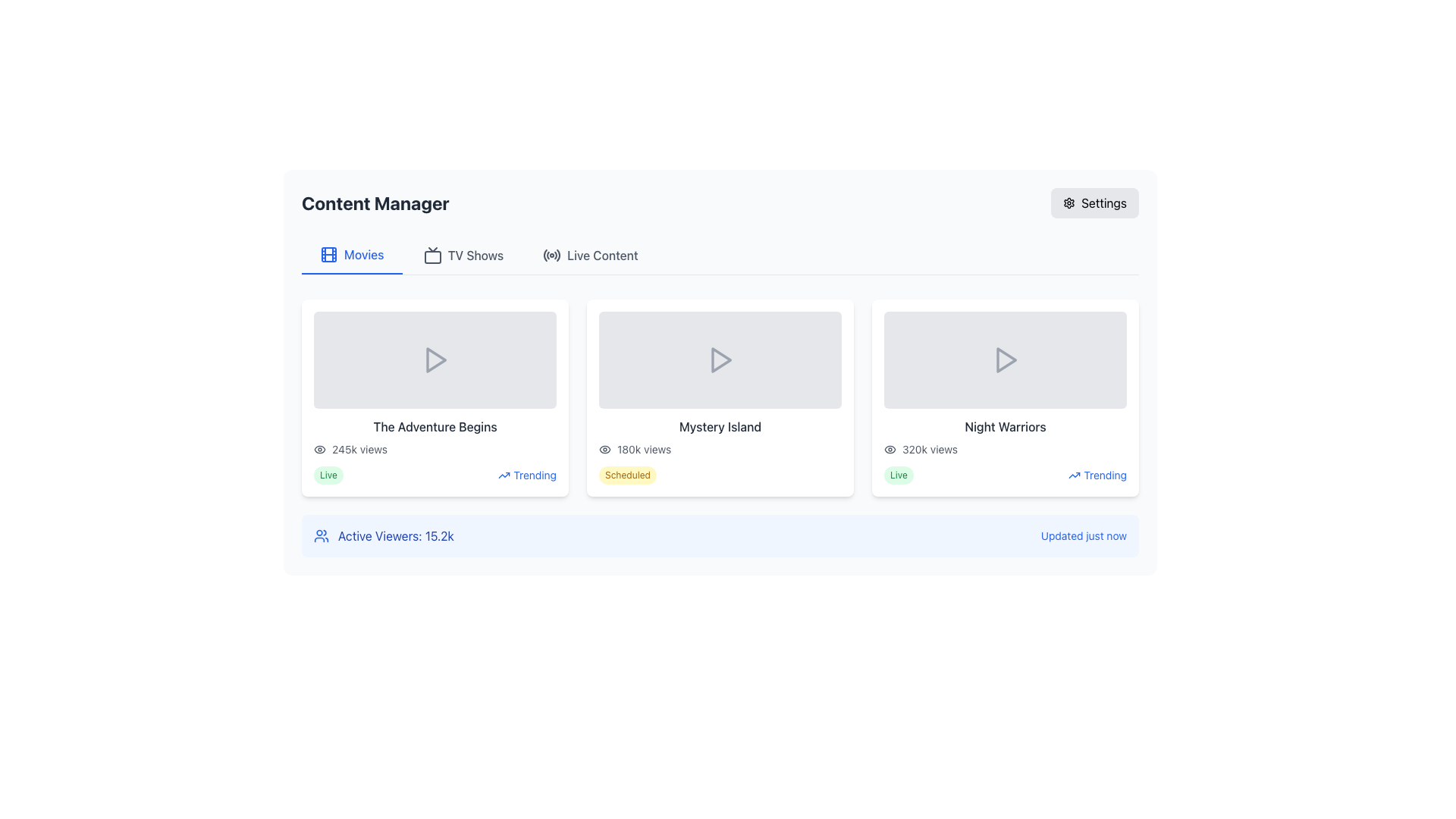 This screenshot has width=1456, height=819. Describe the element at coordinates (644, 449) in the screenshot. I see `the Text label displaying the view count for the 'Mystery Island' video, located below the video thumbnail and next to an eye icon` at that location.